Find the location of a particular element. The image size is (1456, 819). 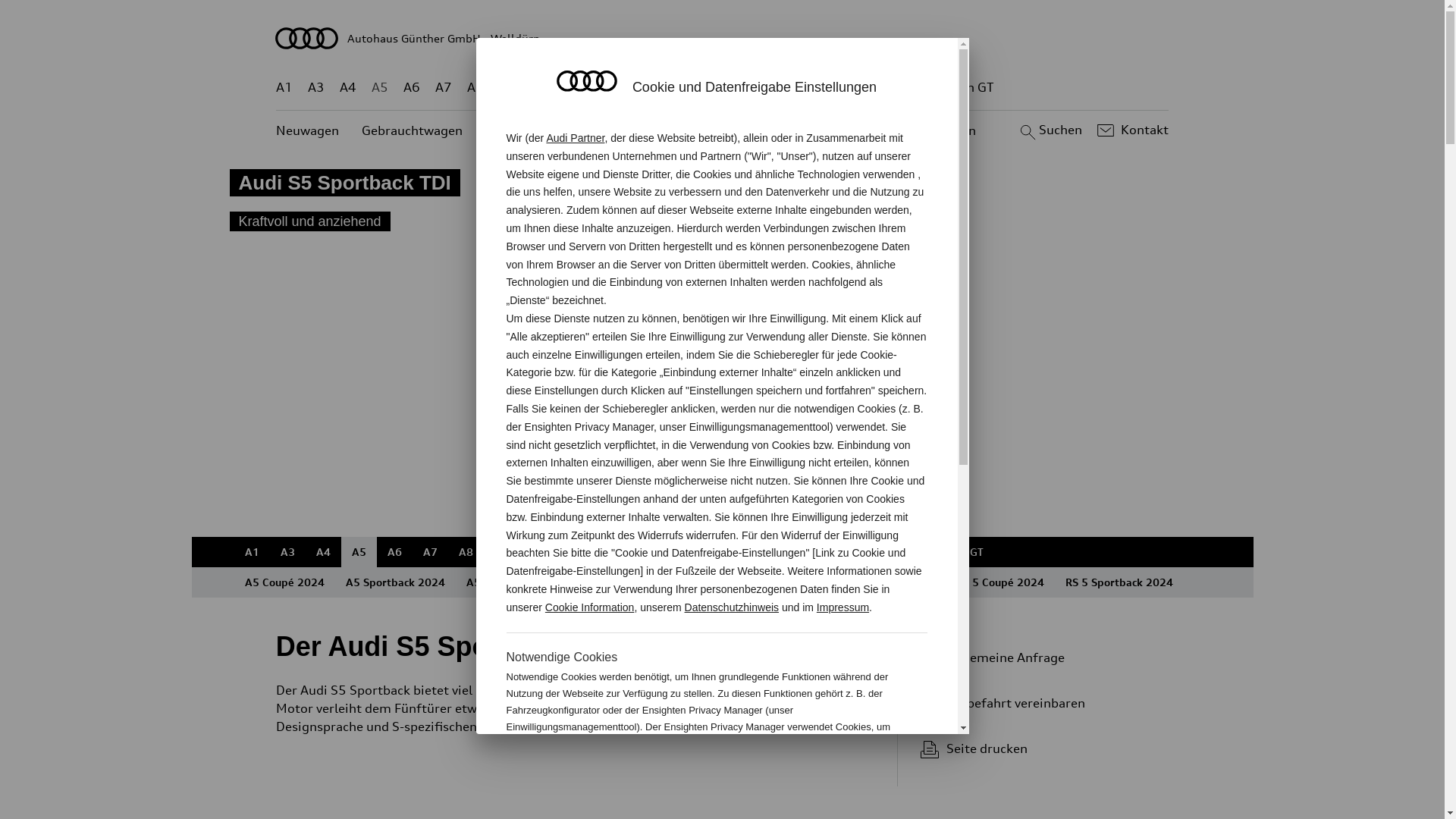

'Allgemeine Anfrage' is located at coordinates (1037, 657).